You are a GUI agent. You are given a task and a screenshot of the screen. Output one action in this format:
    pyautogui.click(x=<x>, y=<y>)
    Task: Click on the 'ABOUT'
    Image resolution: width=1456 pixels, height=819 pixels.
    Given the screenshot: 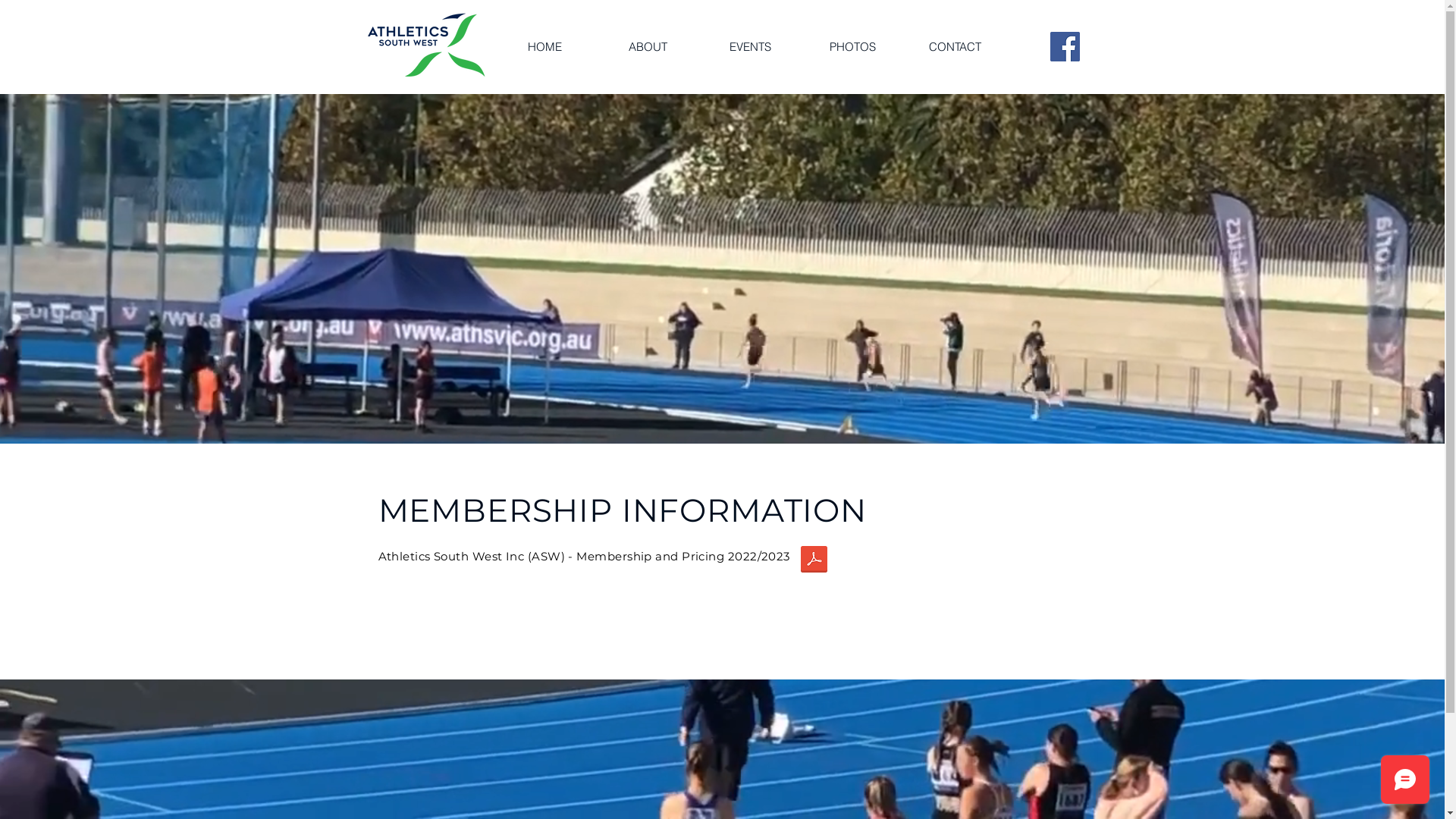 What is the action you would take?
    pyautogui.click(x=647, y=45)
    